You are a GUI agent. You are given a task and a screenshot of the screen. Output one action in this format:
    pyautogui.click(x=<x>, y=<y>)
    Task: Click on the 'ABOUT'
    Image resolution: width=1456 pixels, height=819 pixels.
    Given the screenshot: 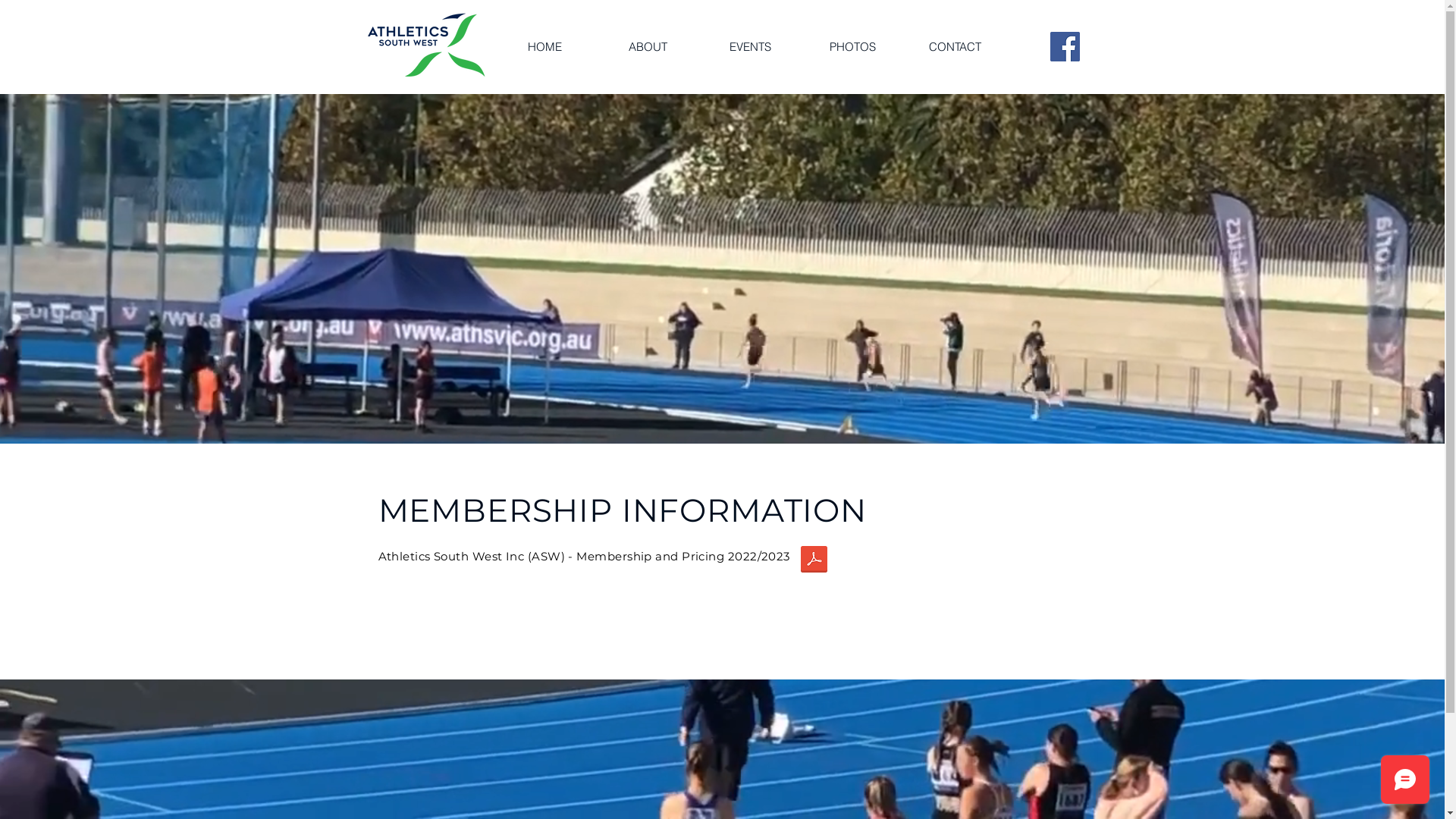 What is the action you would take?
    pyautogui.click(x=647, y=45)
    